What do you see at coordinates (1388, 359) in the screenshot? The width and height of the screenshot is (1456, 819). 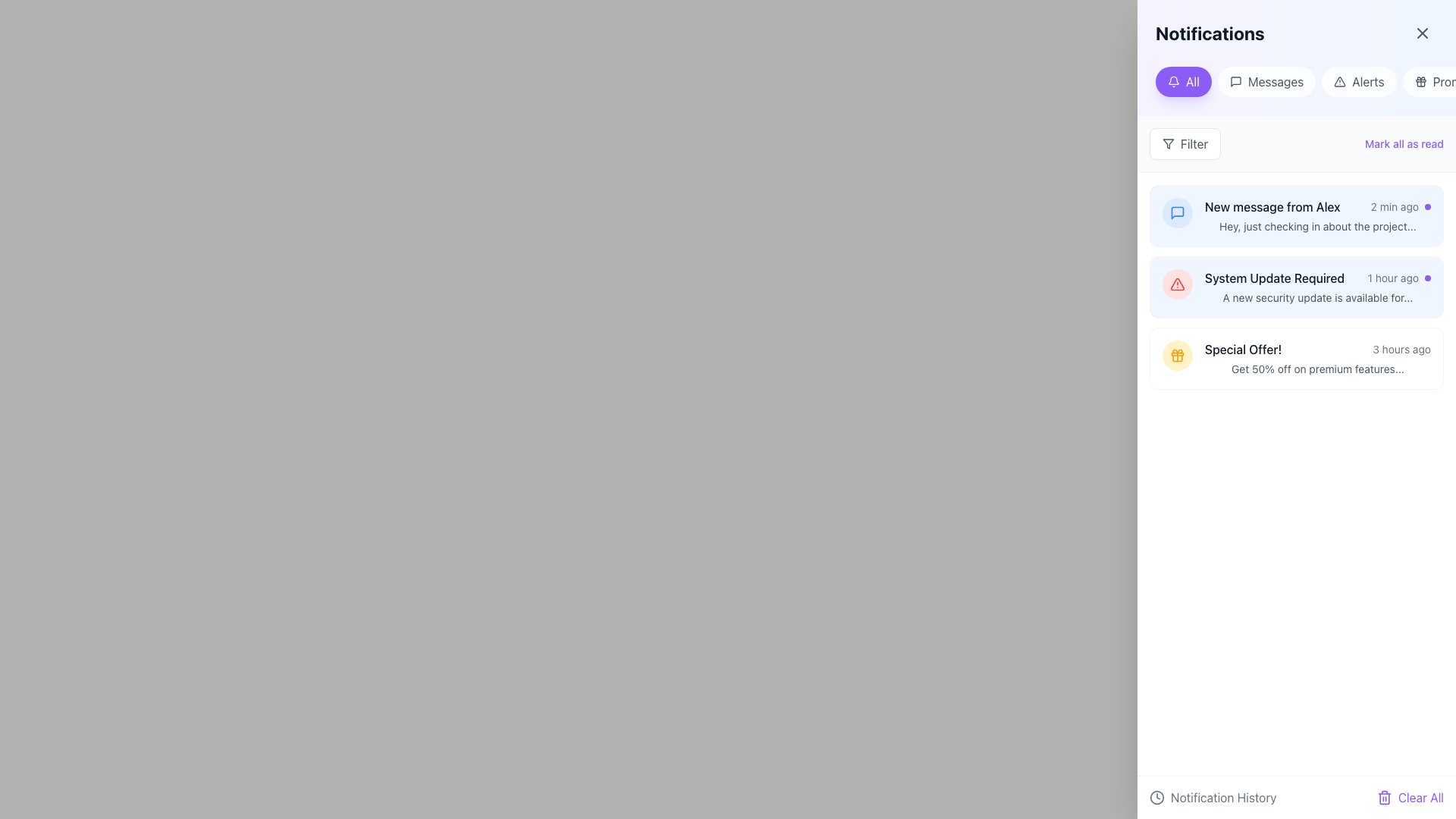 I see `the Interactive icon located in the bottom-right corner of the 'Special Offer!' notification banner to pin the notification for easier access later` at bounding box center [1388, 359].